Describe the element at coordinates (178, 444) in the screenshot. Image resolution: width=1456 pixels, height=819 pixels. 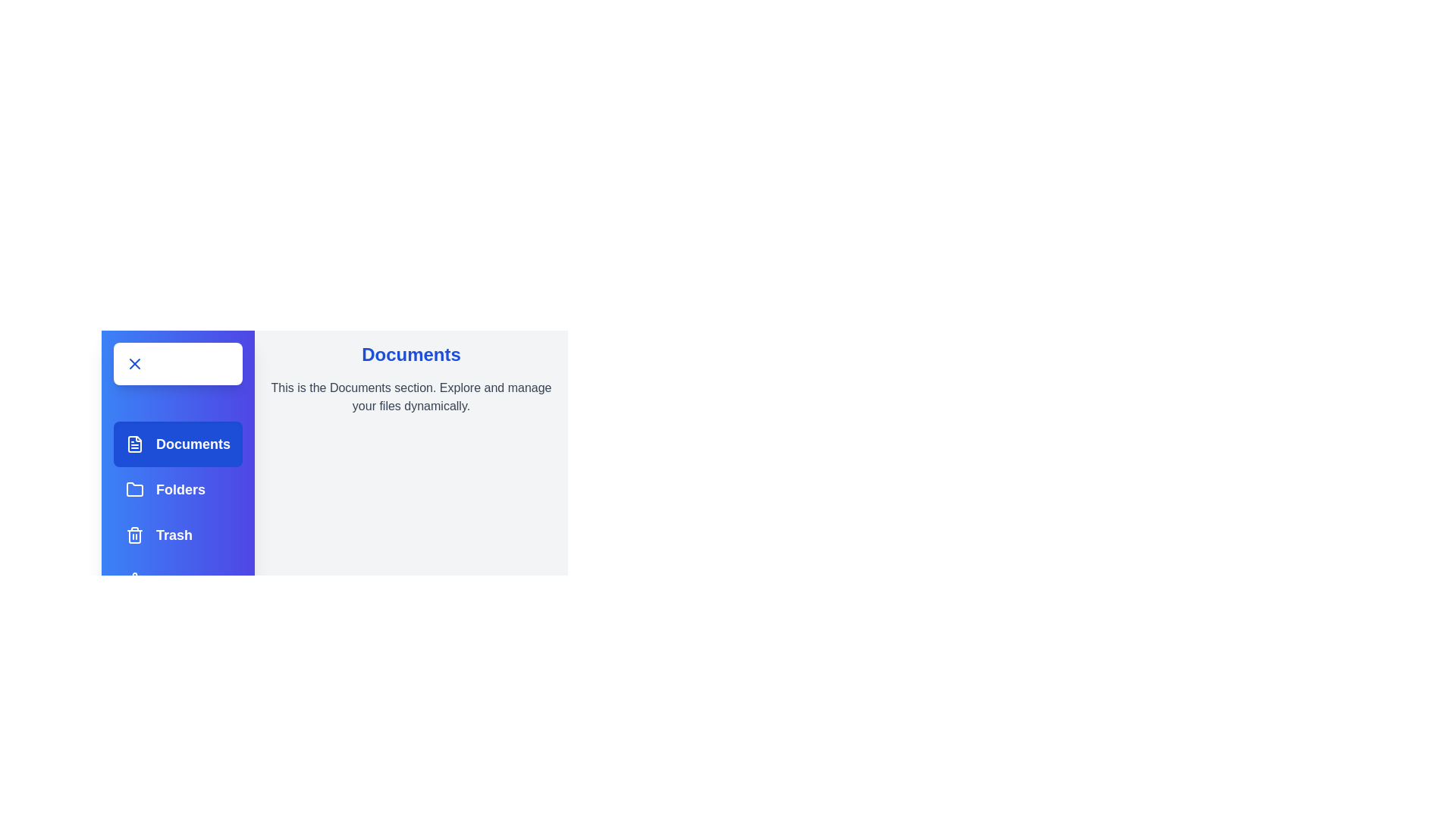
I see `the section Documents in the drawer` at that location.